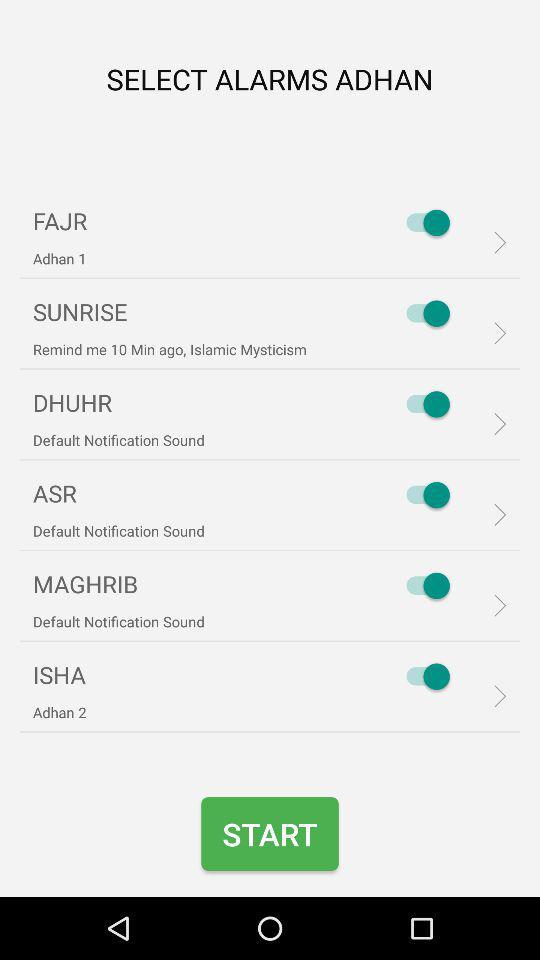 The image size is (540, 960). Describe the element at coordinates (422, 676) in the screenshot. I see `isha option` at that location.